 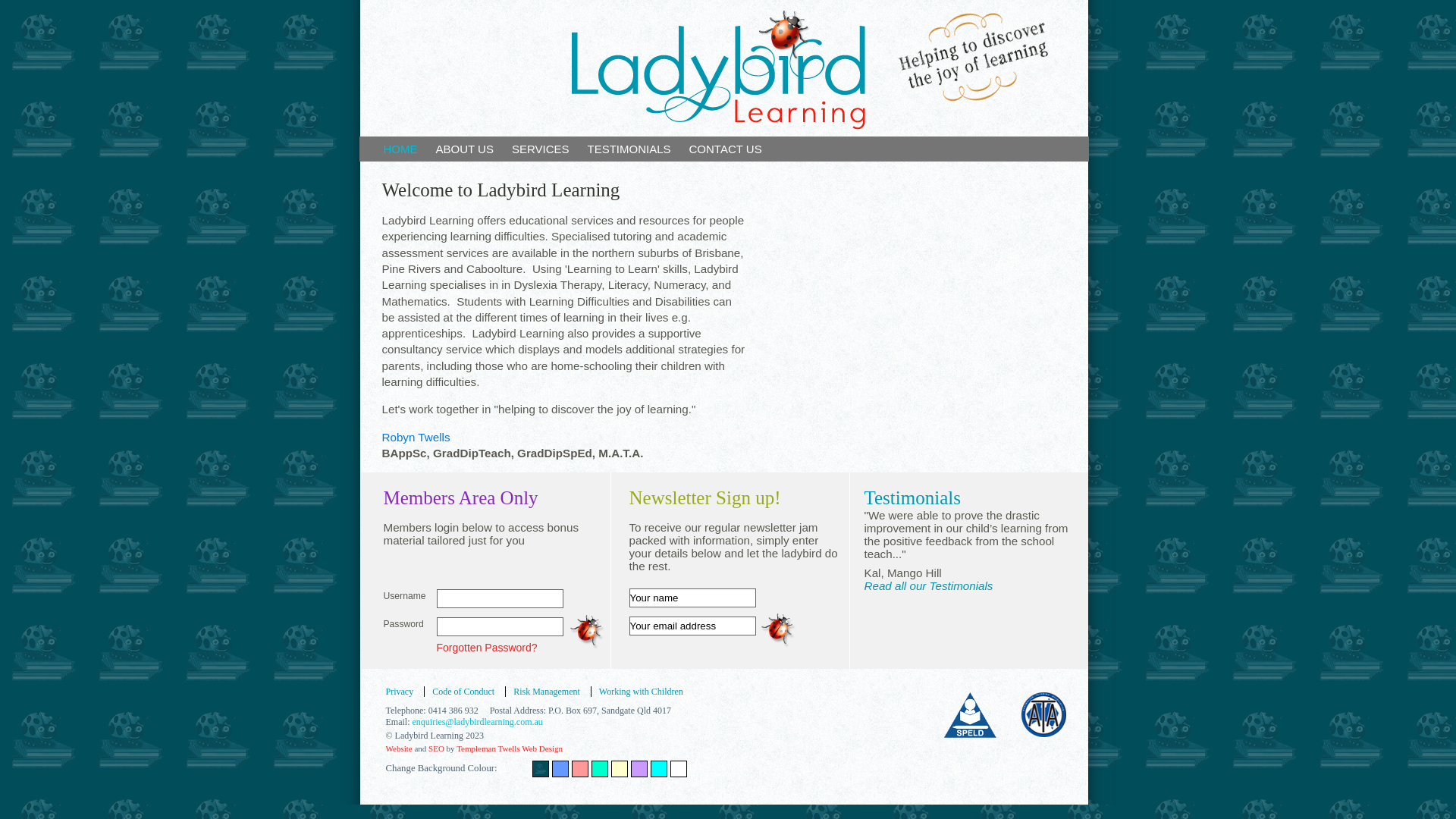 I want to click on 'Submit', so click(x=779, y=629).